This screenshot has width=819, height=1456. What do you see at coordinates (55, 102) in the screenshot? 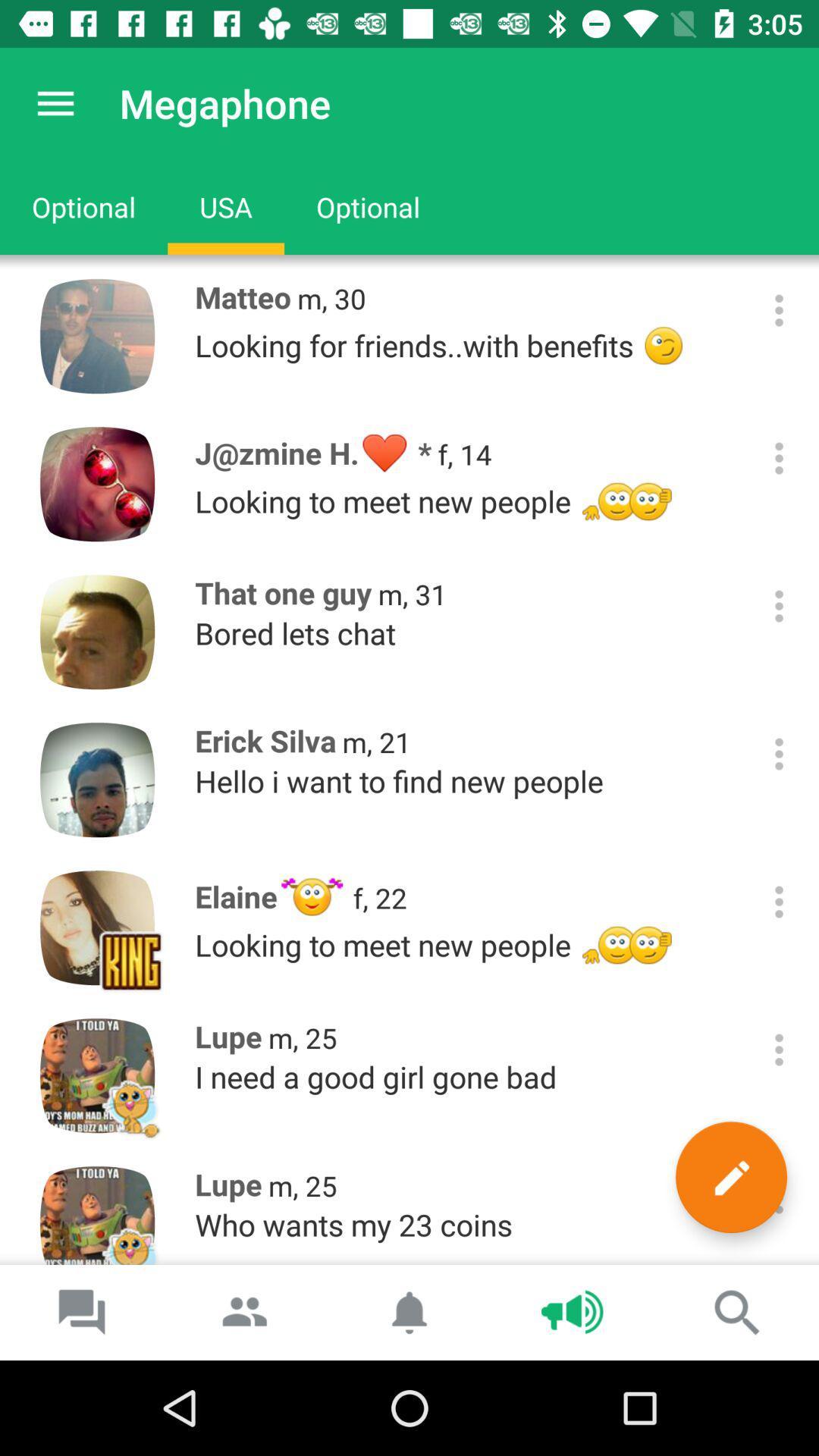
I see `the icon to the left of megaphone` at bounding box center [55, 102].